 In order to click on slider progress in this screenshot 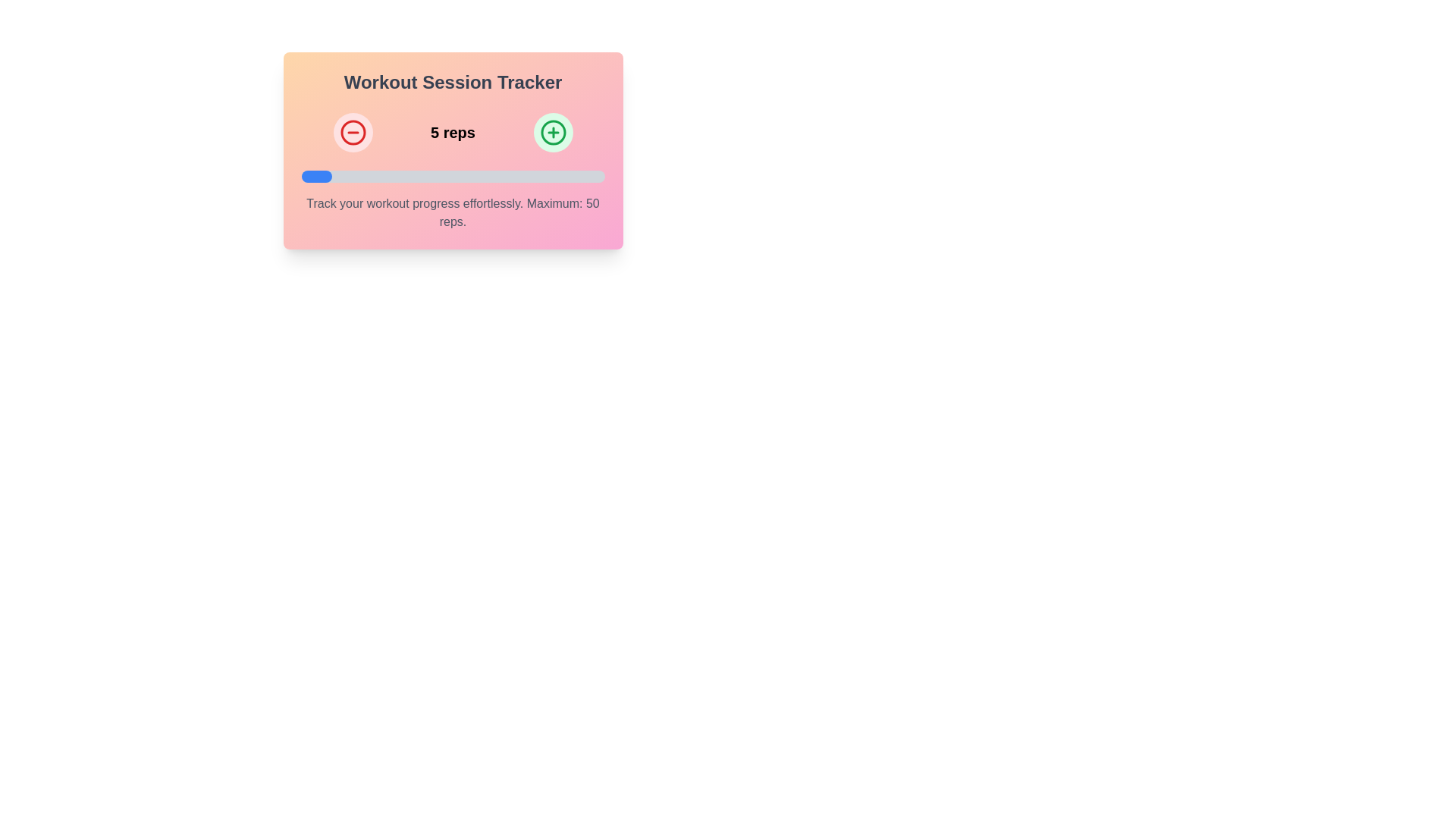, I will do `click(519, 175)`.